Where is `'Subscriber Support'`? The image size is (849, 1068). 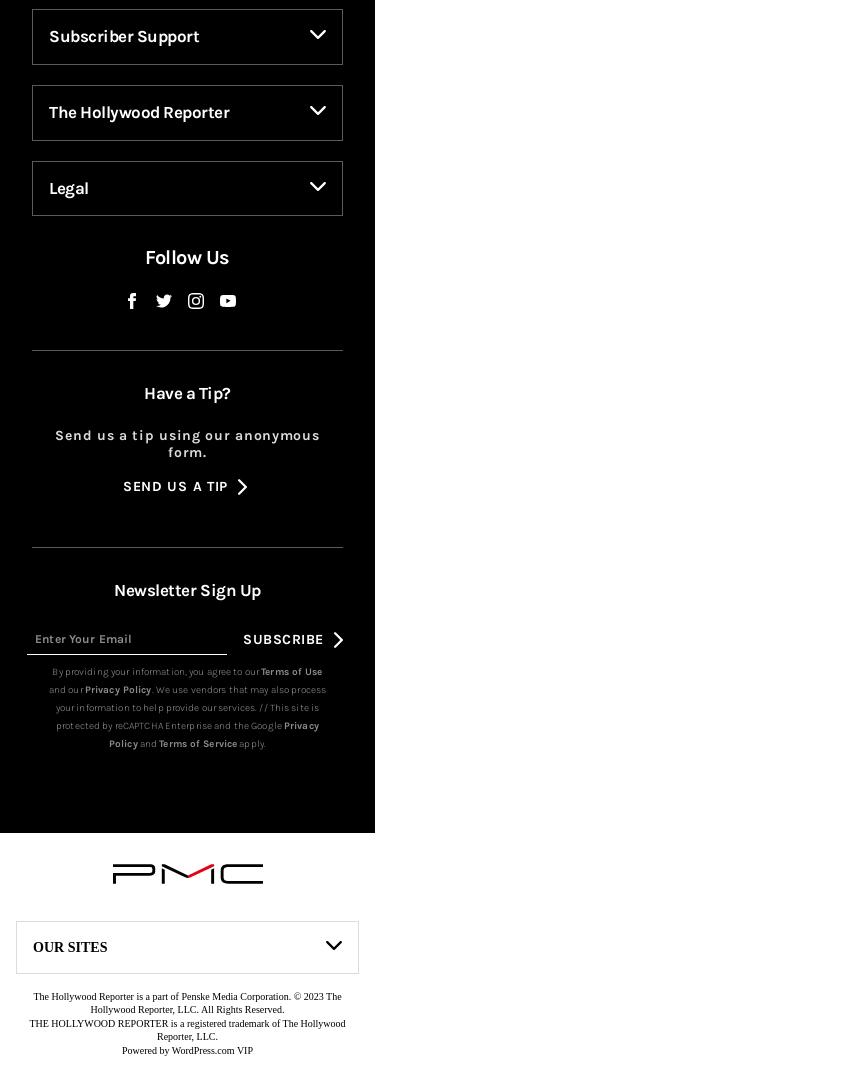 'Subscriber Support' is located at coordinates (123, 67).